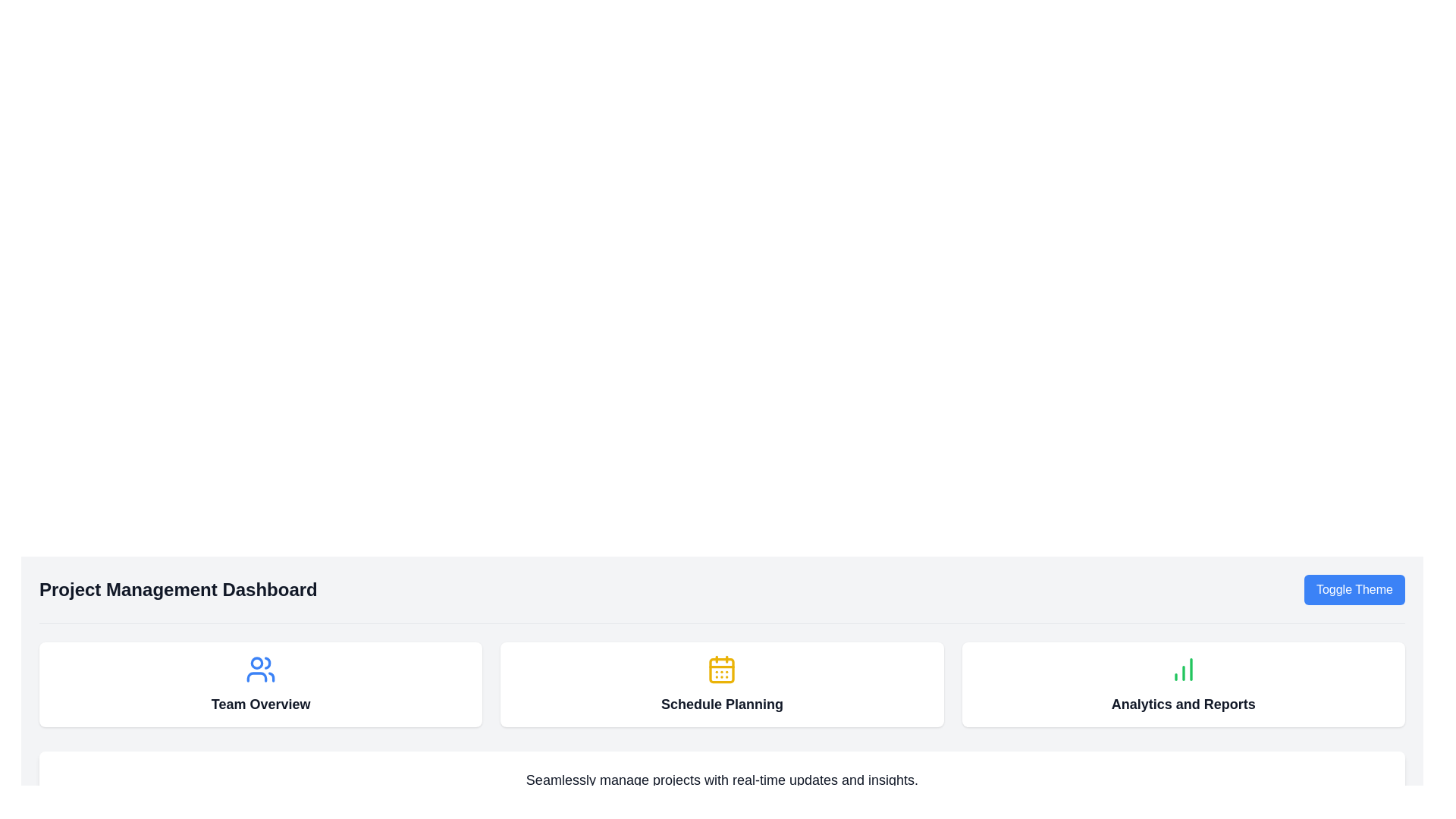  What do you see at coordinates (721, 670) in the screenshot?
I see `the central background of the calendar icon located in the 'Schedule Planning' section of the interface` at bounding box center [721, 670].